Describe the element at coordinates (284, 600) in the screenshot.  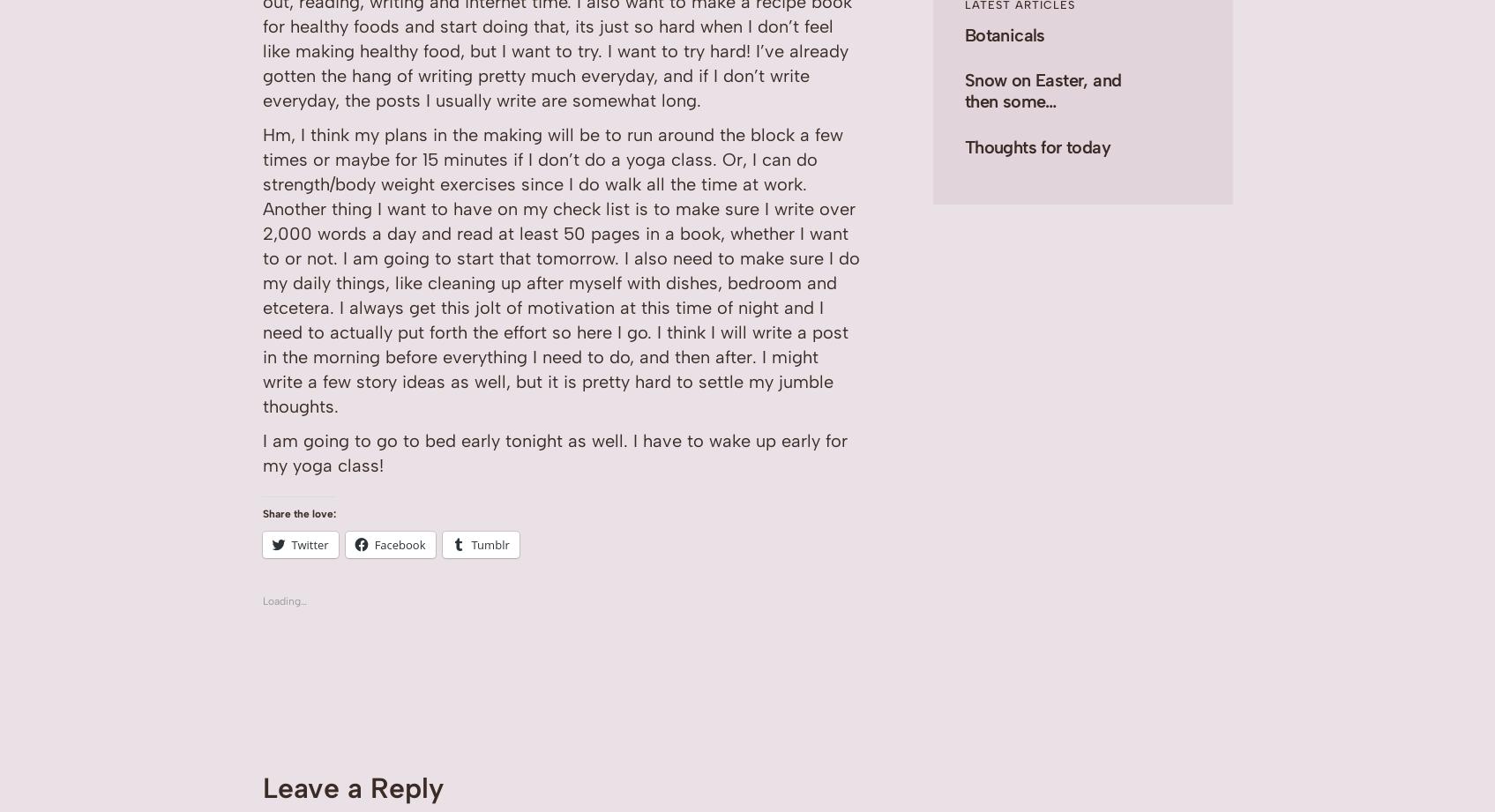
I see `'Loading…'` at that location.